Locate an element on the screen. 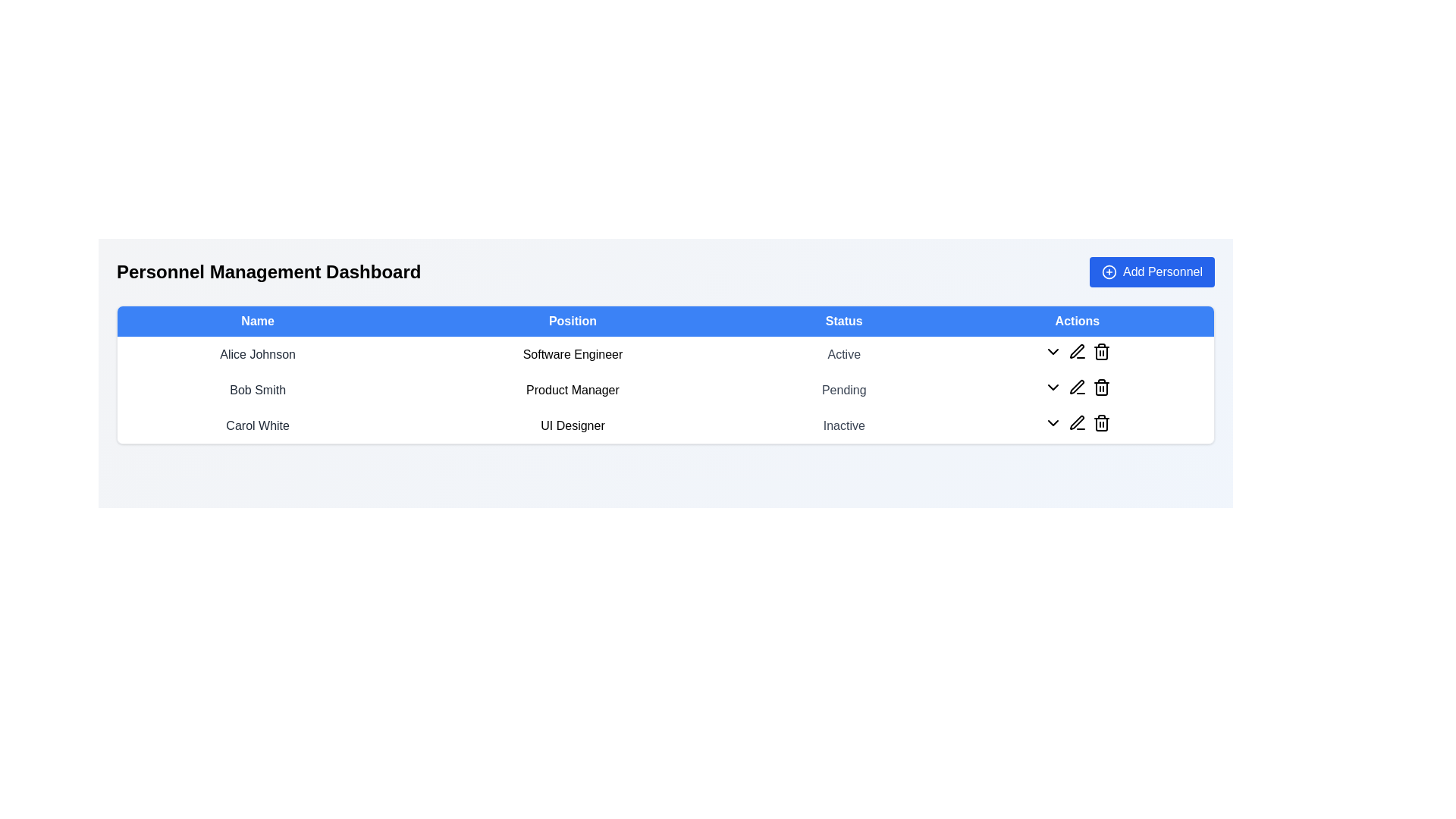 This screenshot has height=819, width=1456. the 'Name' header text label, which is a blue rectangular box with white text, located in the top-left corner of the table header row is located at coordinates (258, 321).